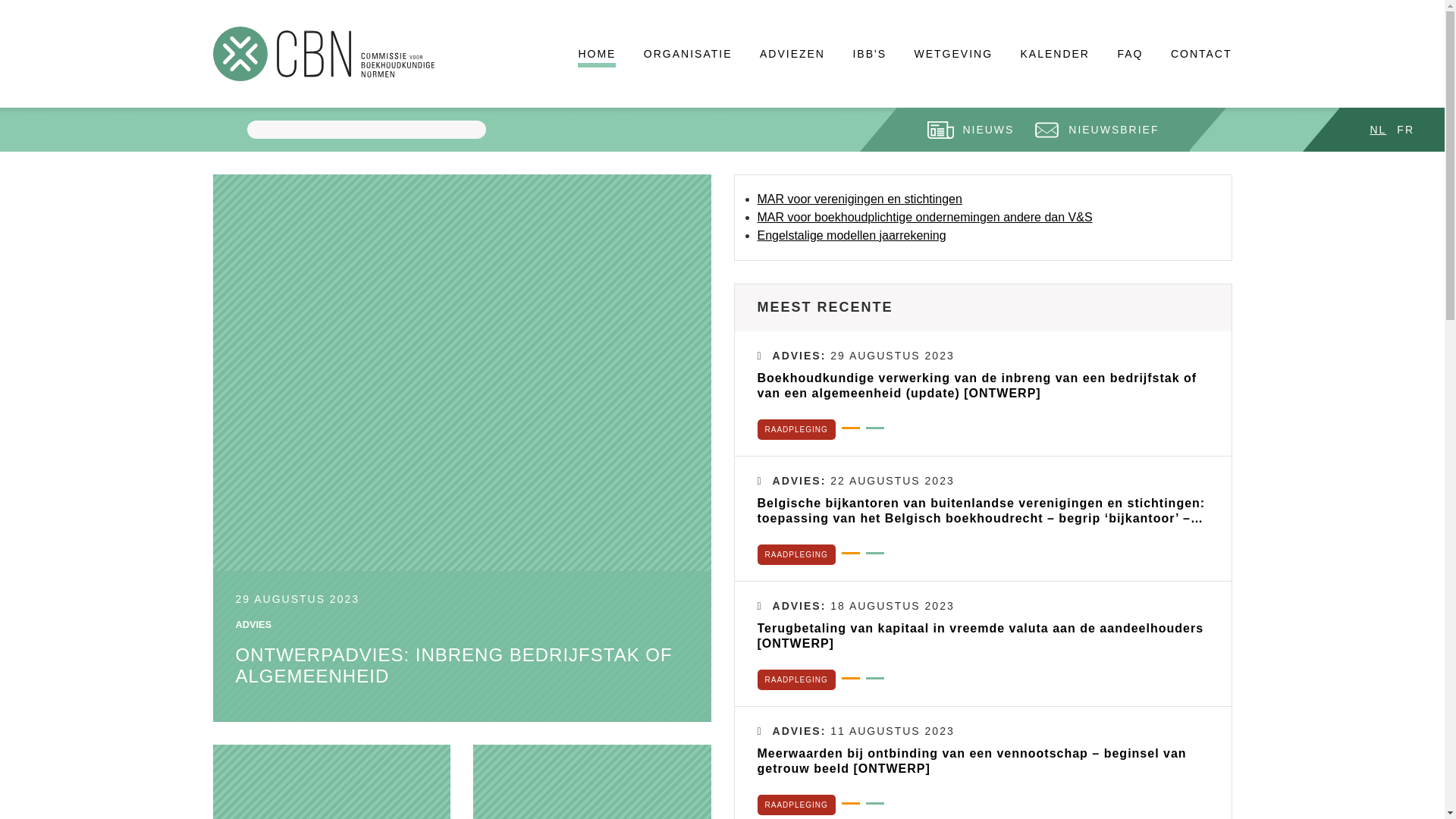 The height and width of the screenshot is (819, 1456). I want to click on 'ONTWERPADVIES: INBRENG BEDRIJFSTAK OF ALGEMEENHEID', so click(453, 665).